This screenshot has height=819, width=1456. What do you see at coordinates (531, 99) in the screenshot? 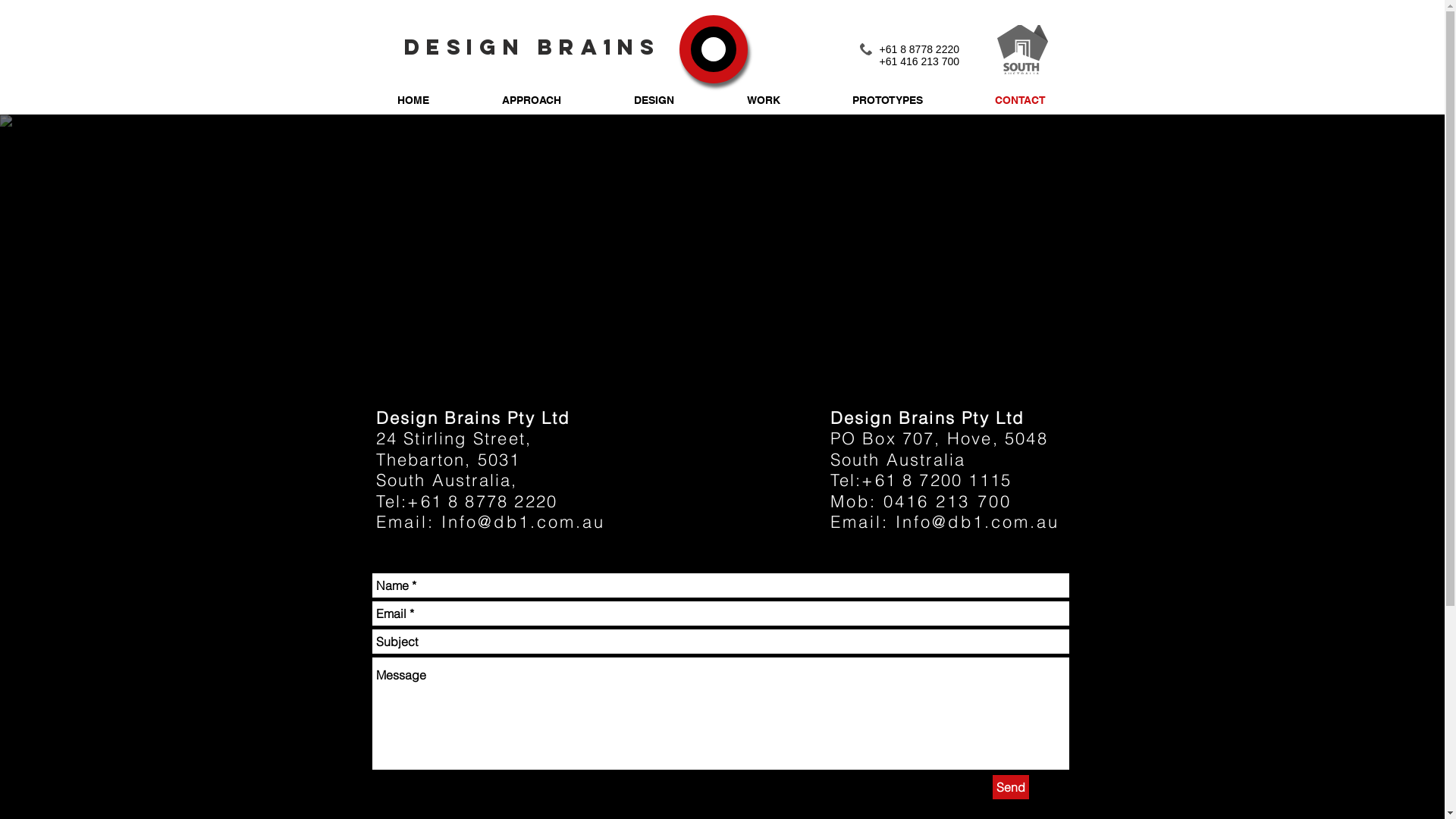
I see `'APPROACH'` at bounding box center [531, 99].